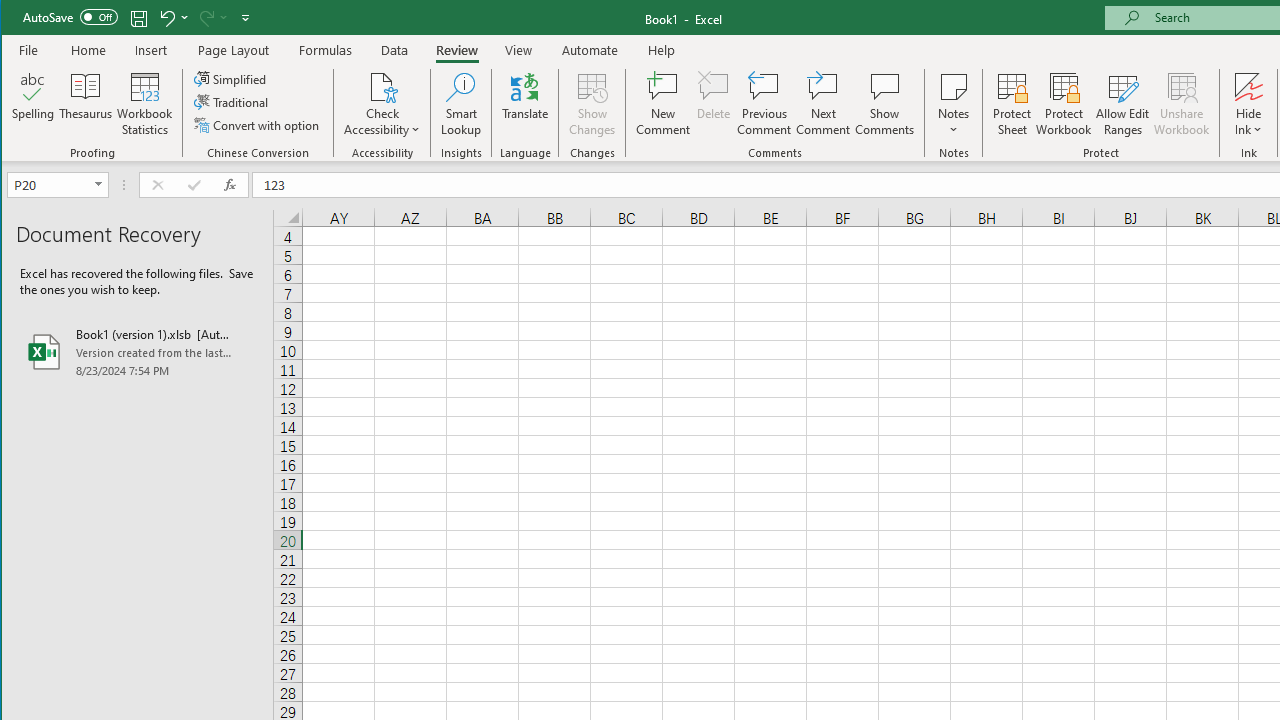 This screenshot has width=1280, height=720. What do you see at coordinates (57, 185) in the screenshot?
I see `'Name Box'` at bounding box center [57, 185].